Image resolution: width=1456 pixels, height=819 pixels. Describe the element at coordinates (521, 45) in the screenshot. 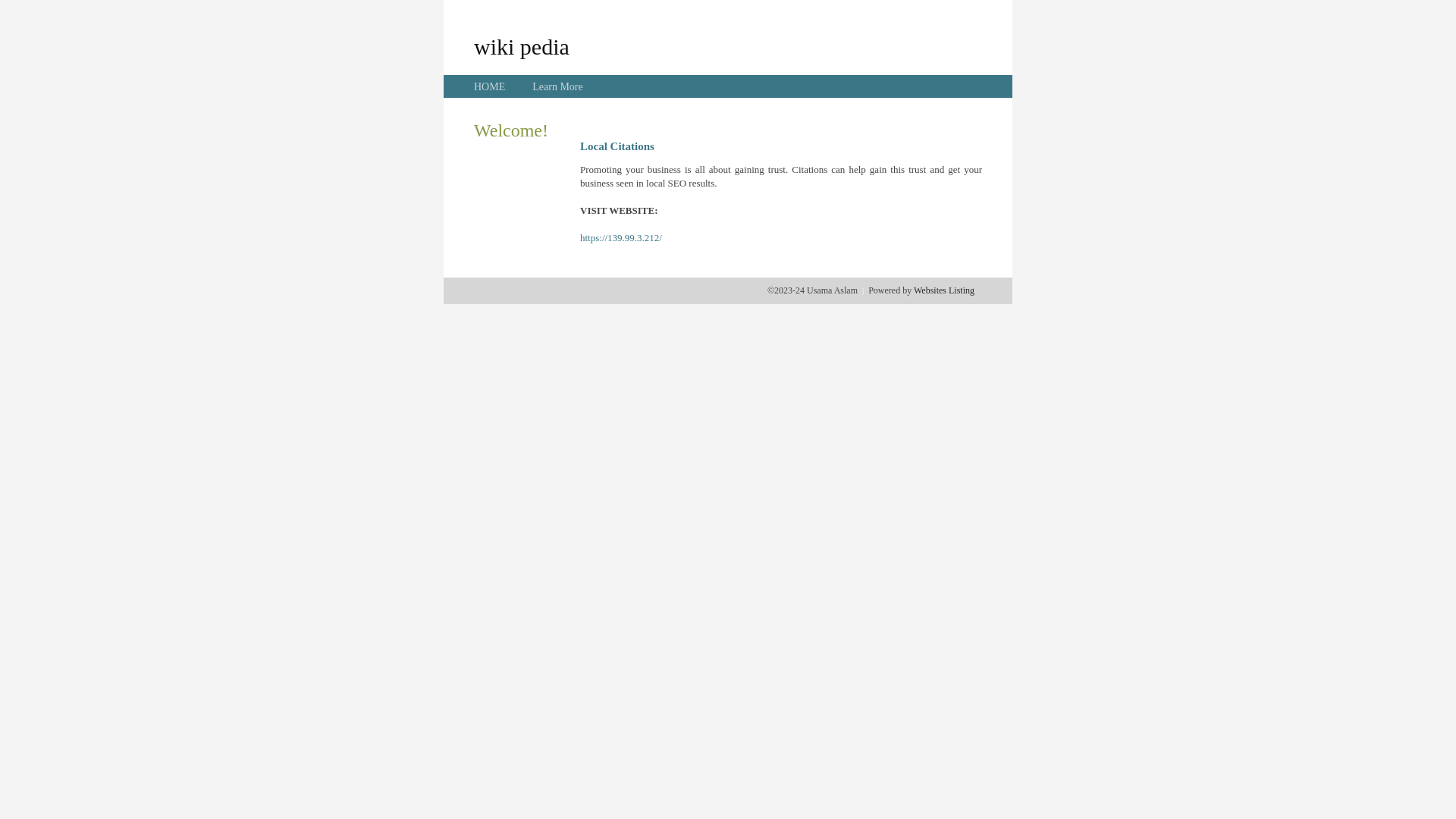

I see `'wiki pedia'` at that location.